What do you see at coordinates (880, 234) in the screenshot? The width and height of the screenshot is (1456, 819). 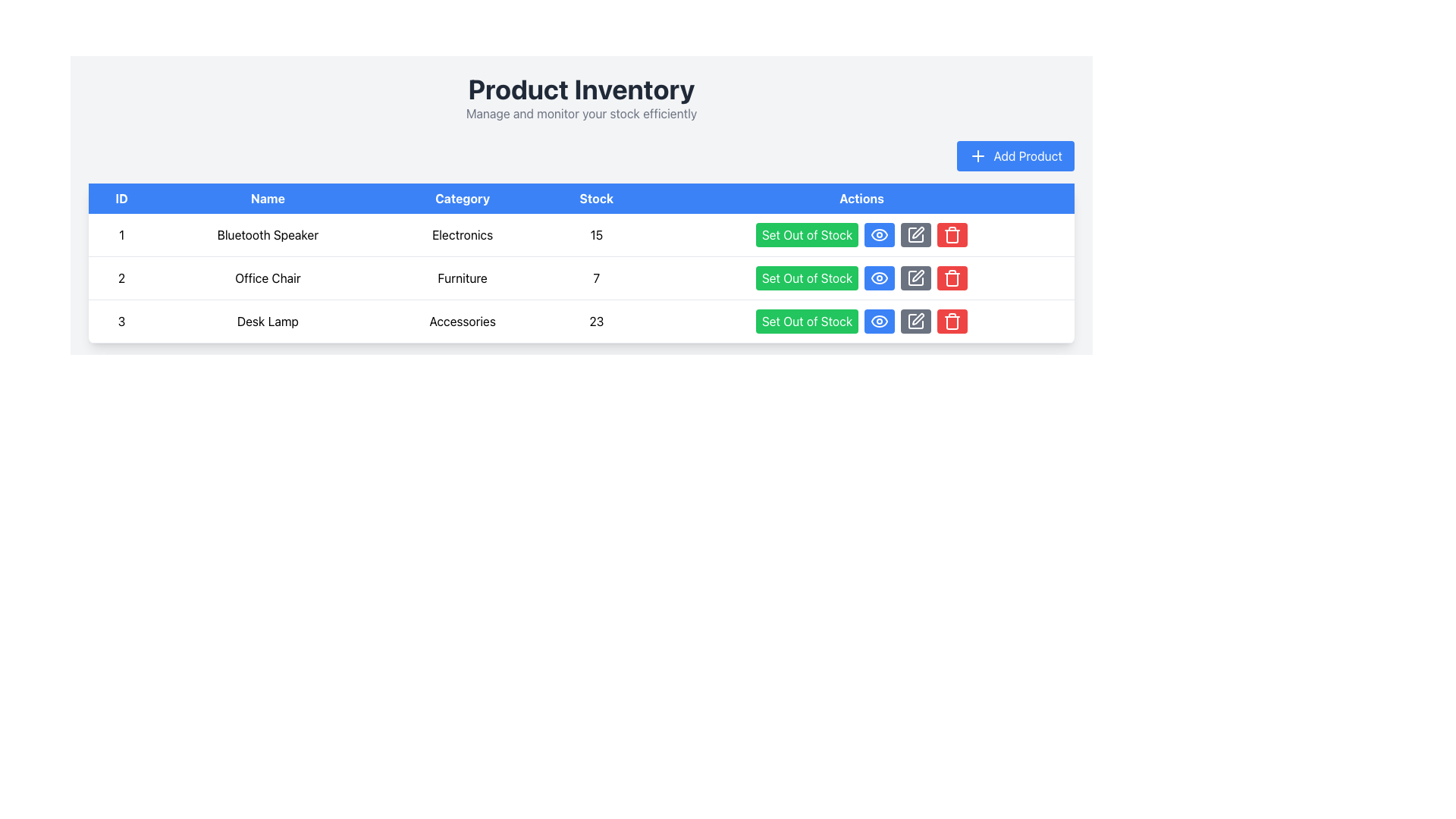 I see `the blue rectangular button with an eye icon in the 'Actions' column associated with the 'Bluetooth Speaker' item` at bounding box center [880, 234].